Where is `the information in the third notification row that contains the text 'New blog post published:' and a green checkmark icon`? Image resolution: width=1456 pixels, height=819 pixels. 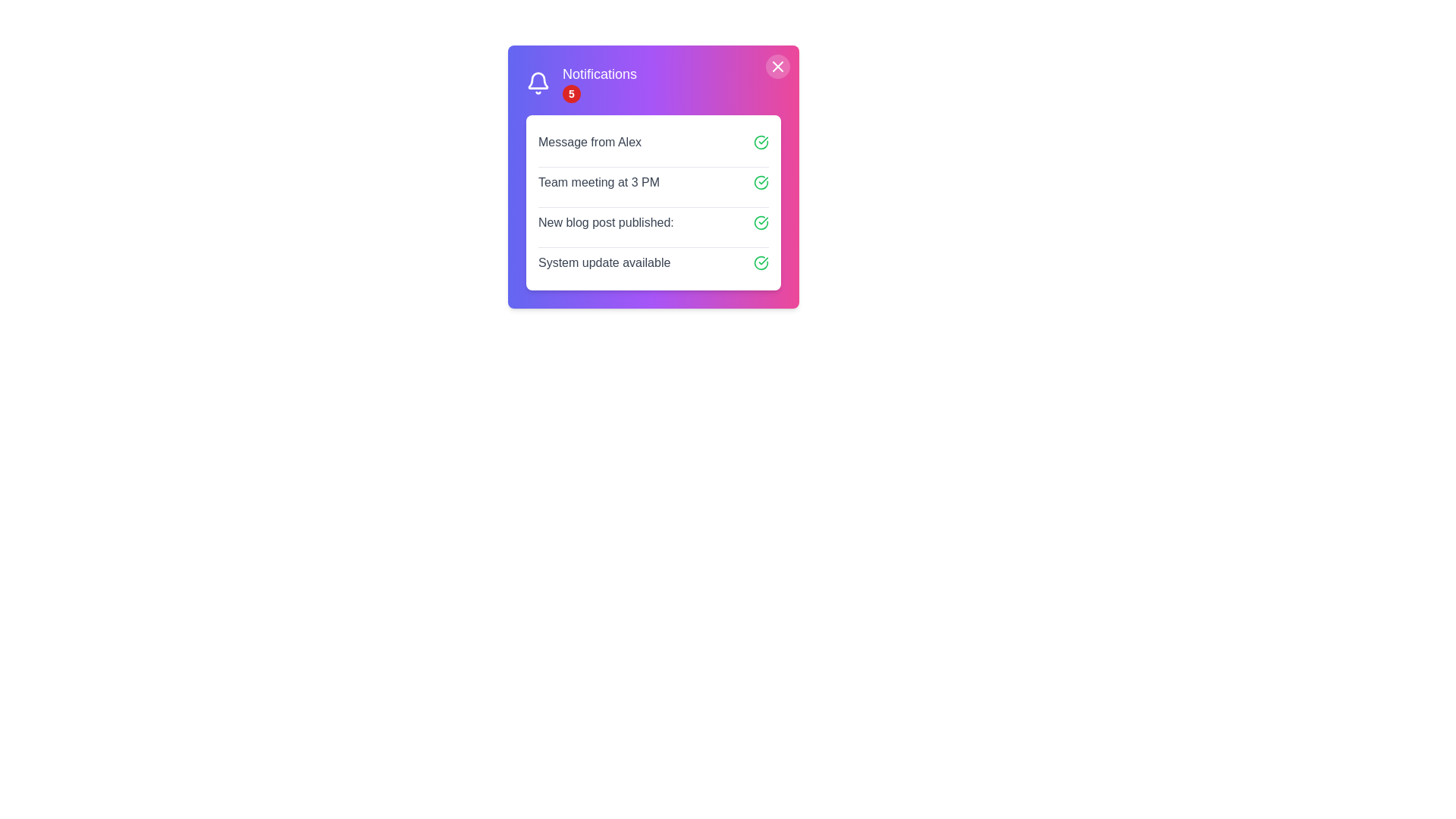 the information in the third notification row that contains the text 'New blog post published:' and a green checkmark icon is located at coordinates (654, 222).